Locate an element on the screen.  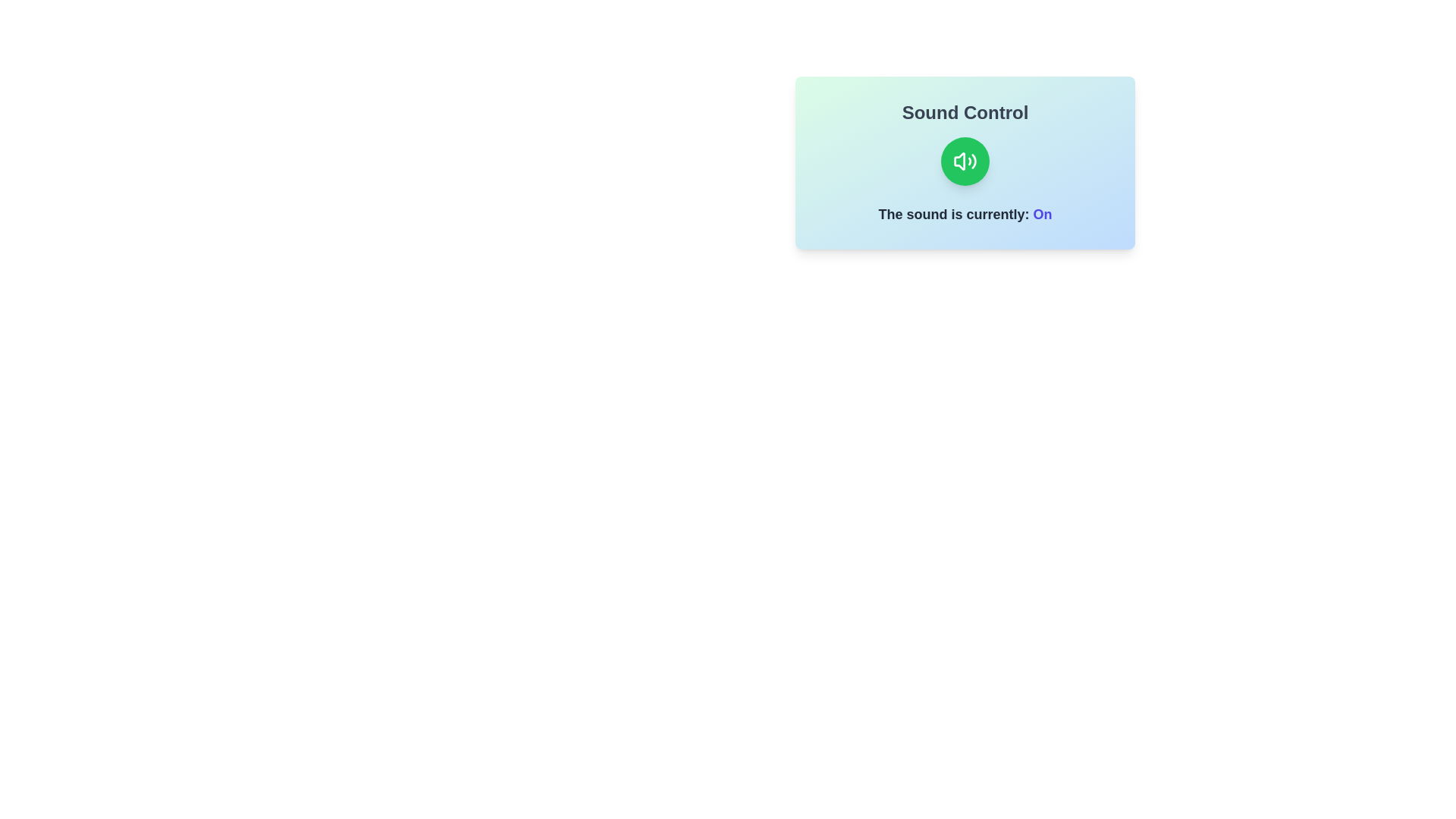
the sound toggle button to change the sound state is located at coordinates (964, 161).